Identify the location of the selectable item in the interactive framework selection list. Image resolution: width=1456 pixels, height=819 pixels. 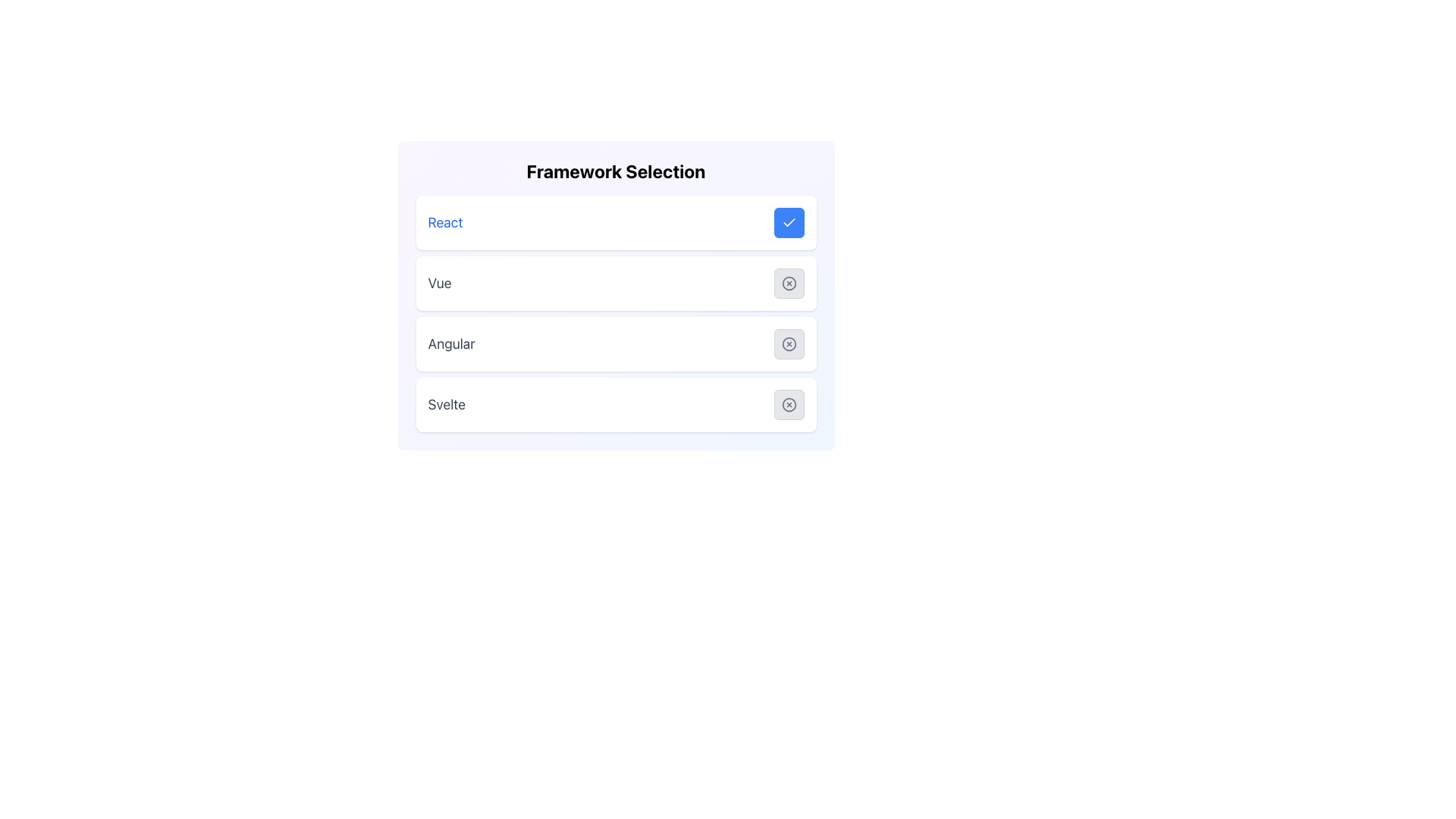
(616, 312).